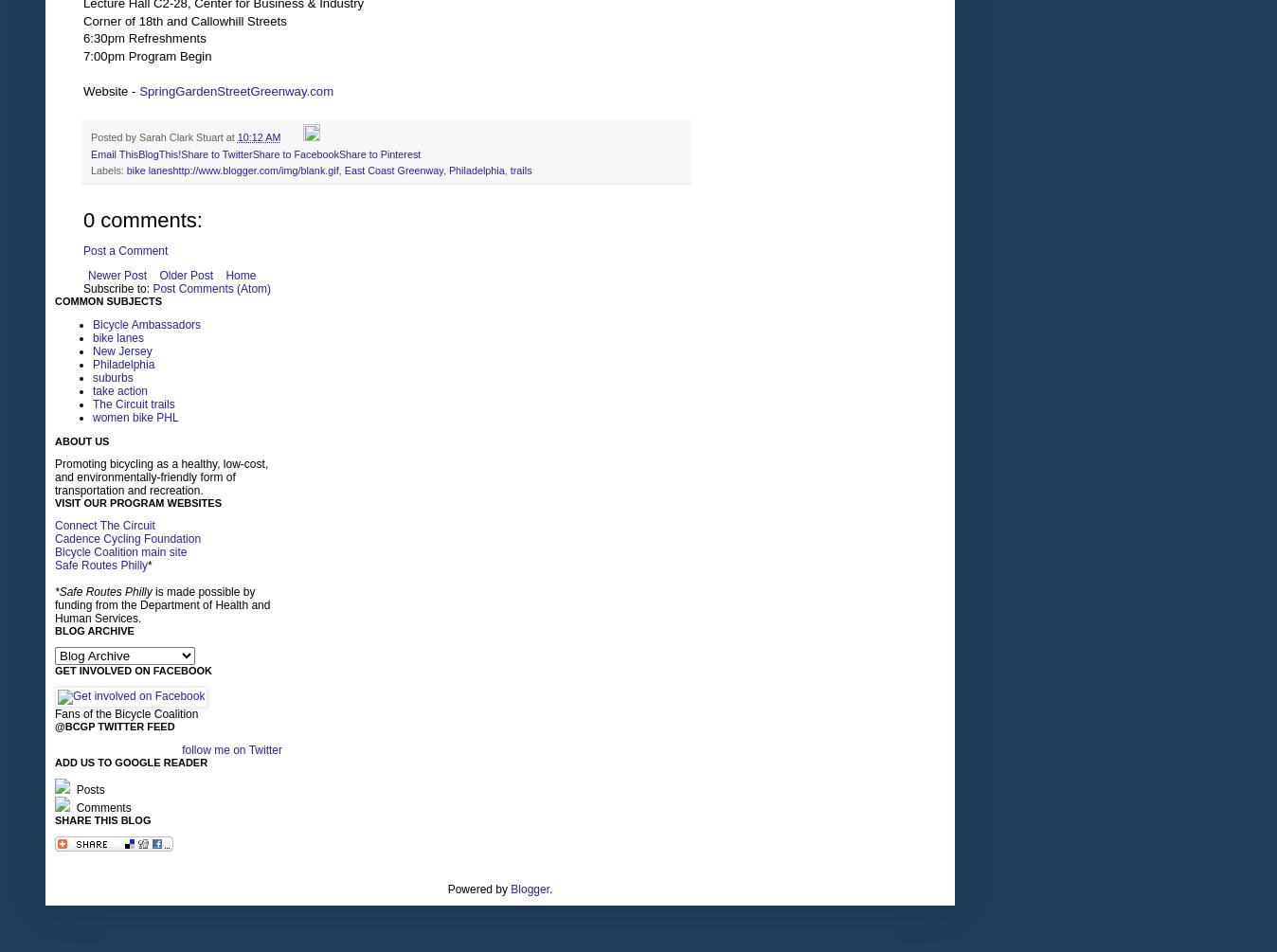 Image resolution: width=1277 pixels, height=952 pixels. What do you see at coordinates (143, 38) in the screenshot?
I see `'6:30pm Refreshments'` at bounding box center [143, 38].